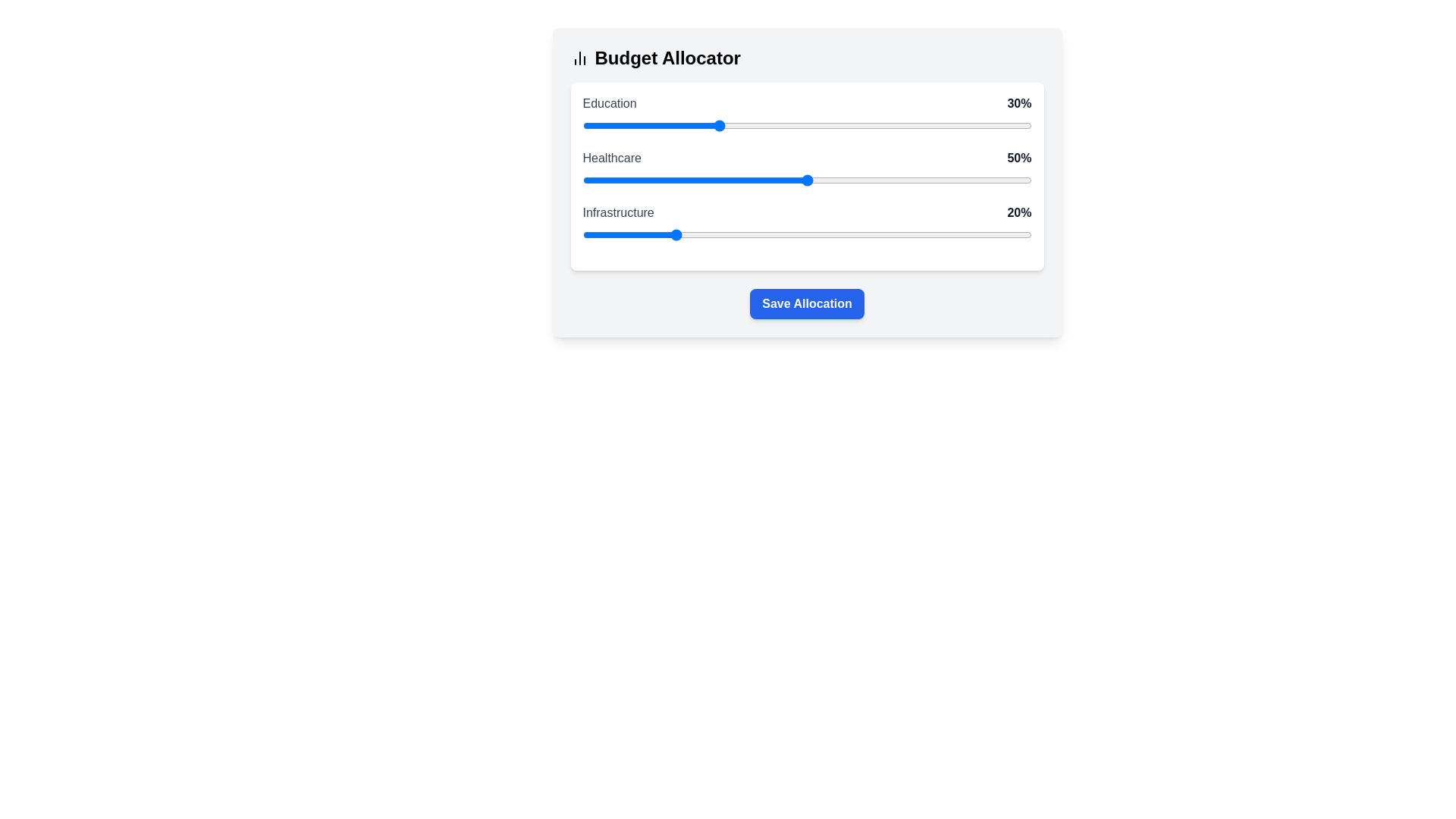  What do you see at coordinates (775, 124) in the screenshot?
I see `the education slider` at bounding box center [775, 124].